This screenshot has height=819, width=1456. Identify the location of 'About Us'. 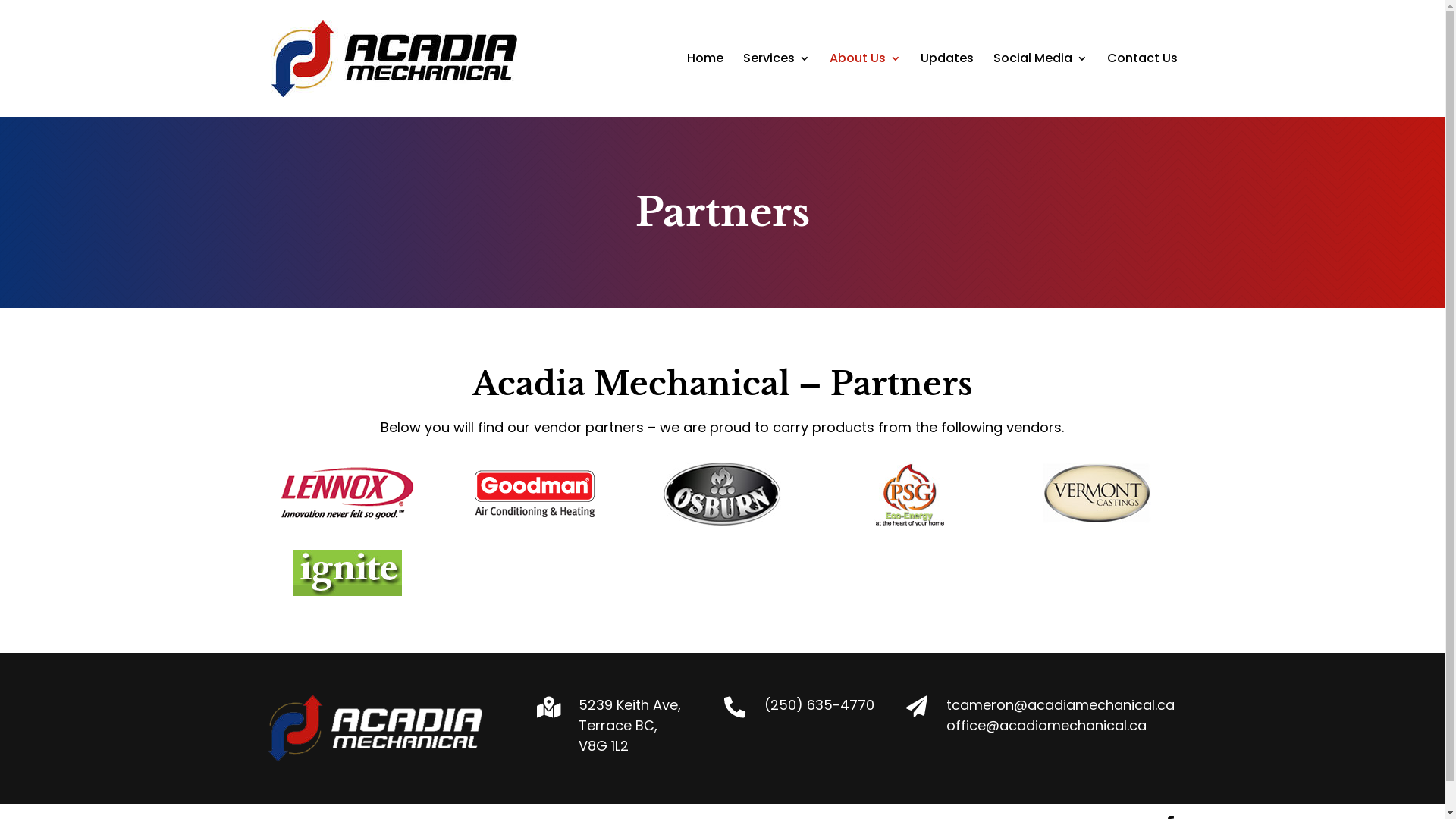
(865, 84).